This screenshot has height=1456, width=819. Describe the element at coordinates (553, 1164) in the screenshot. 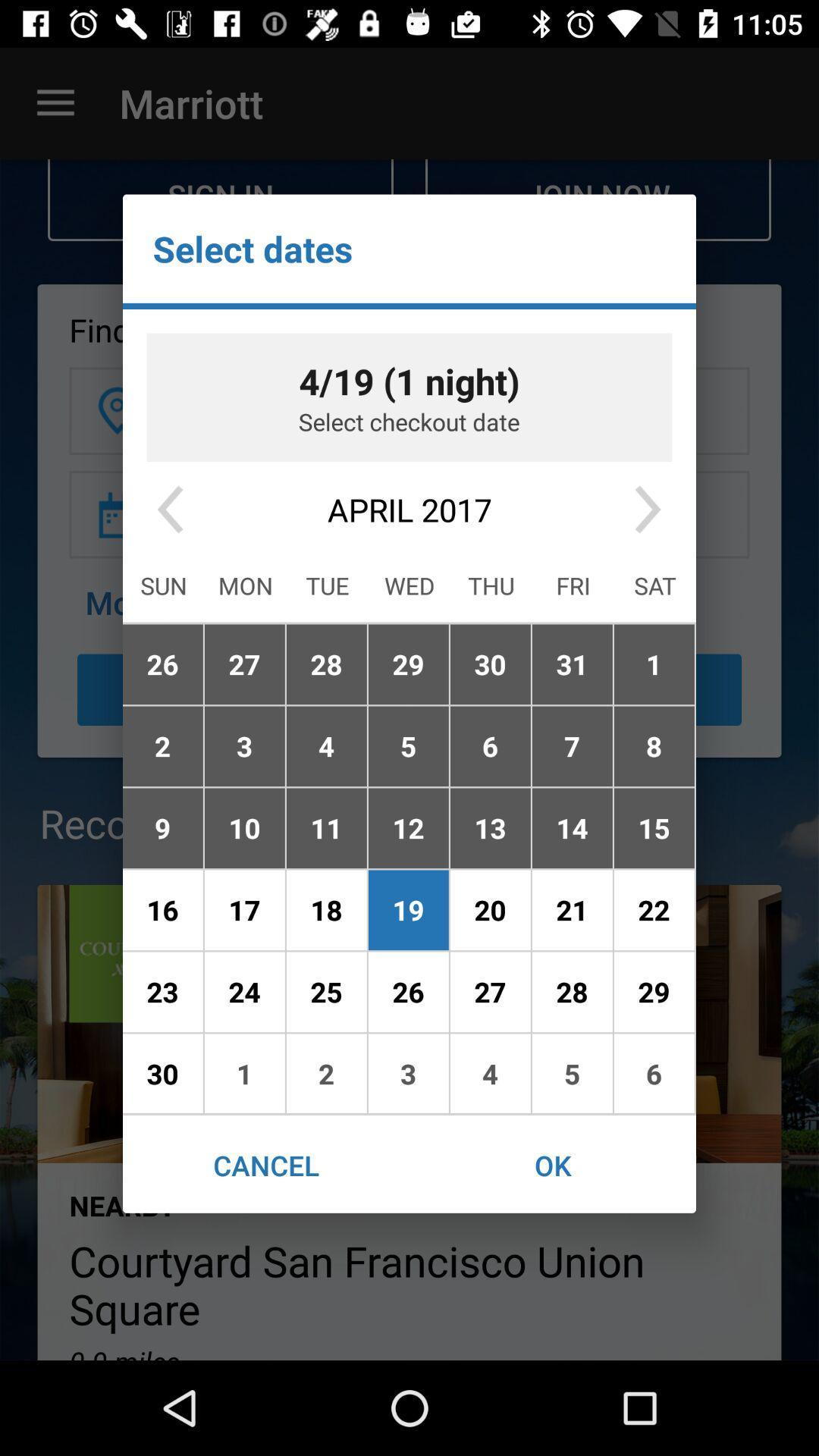

I see `the ok` at that location.